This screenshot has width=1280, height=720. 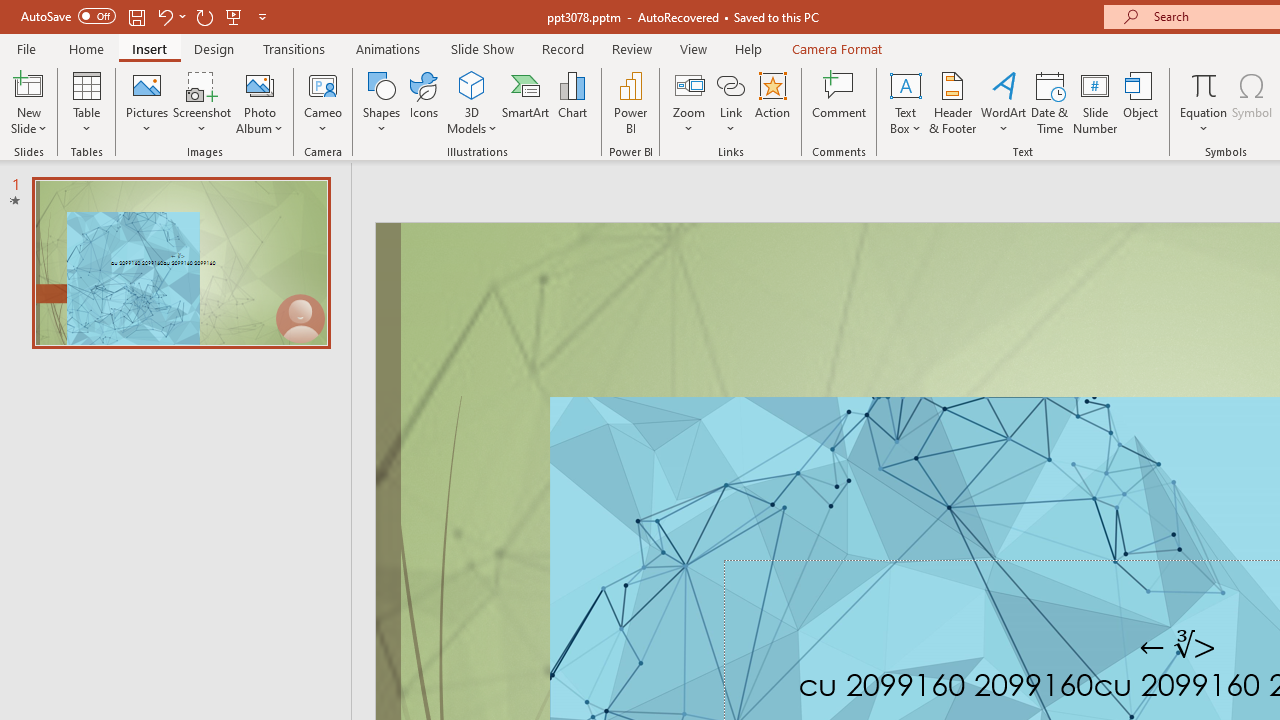 What do you see at coordinates (730, 84) in the screenshot?
I see `'Link'` at bounding box center [730, 84].